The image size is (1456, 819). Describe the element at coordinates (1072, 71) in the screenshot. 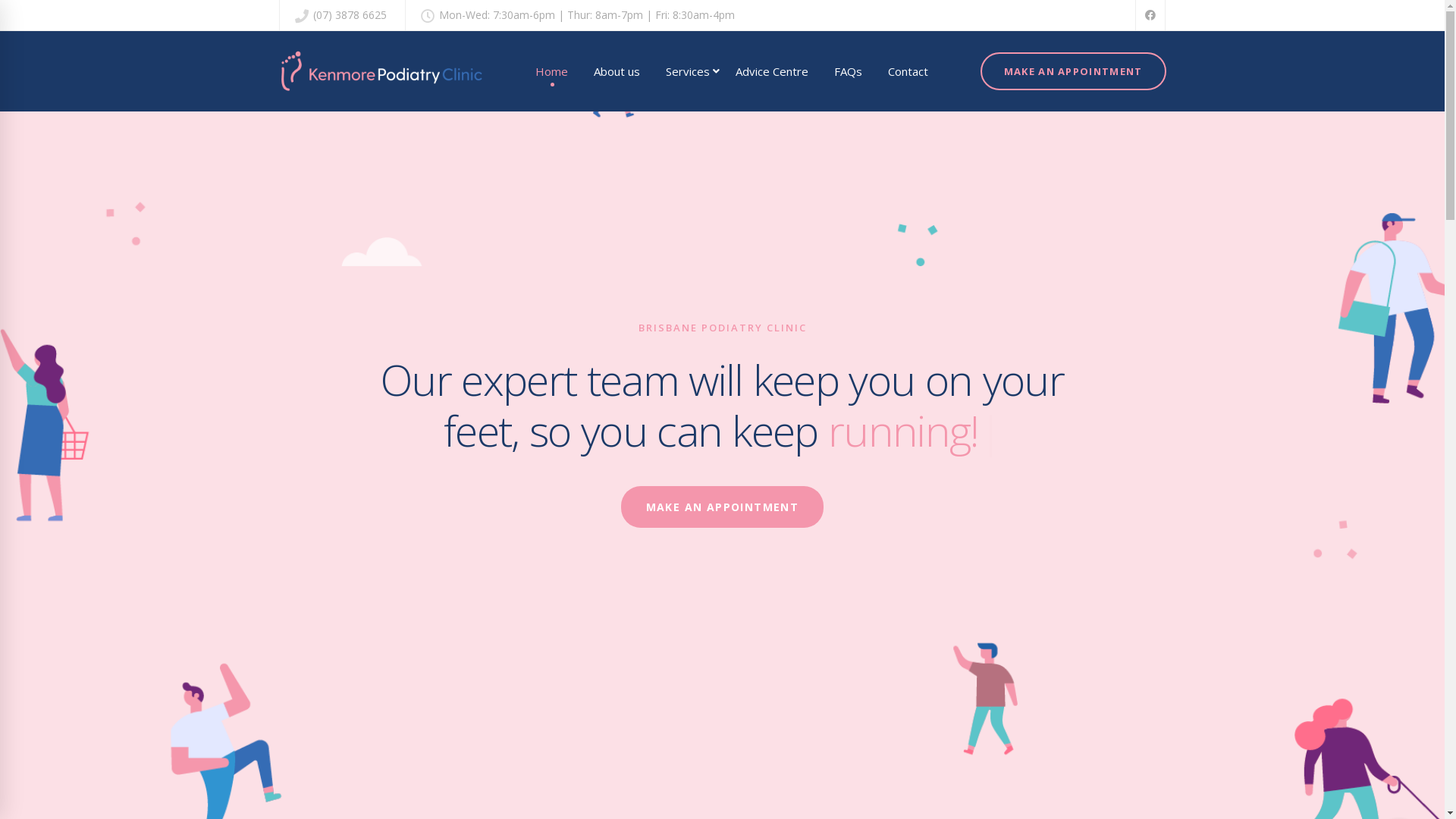

I see `'MAKE AN APPOINTMENT'` at that location.